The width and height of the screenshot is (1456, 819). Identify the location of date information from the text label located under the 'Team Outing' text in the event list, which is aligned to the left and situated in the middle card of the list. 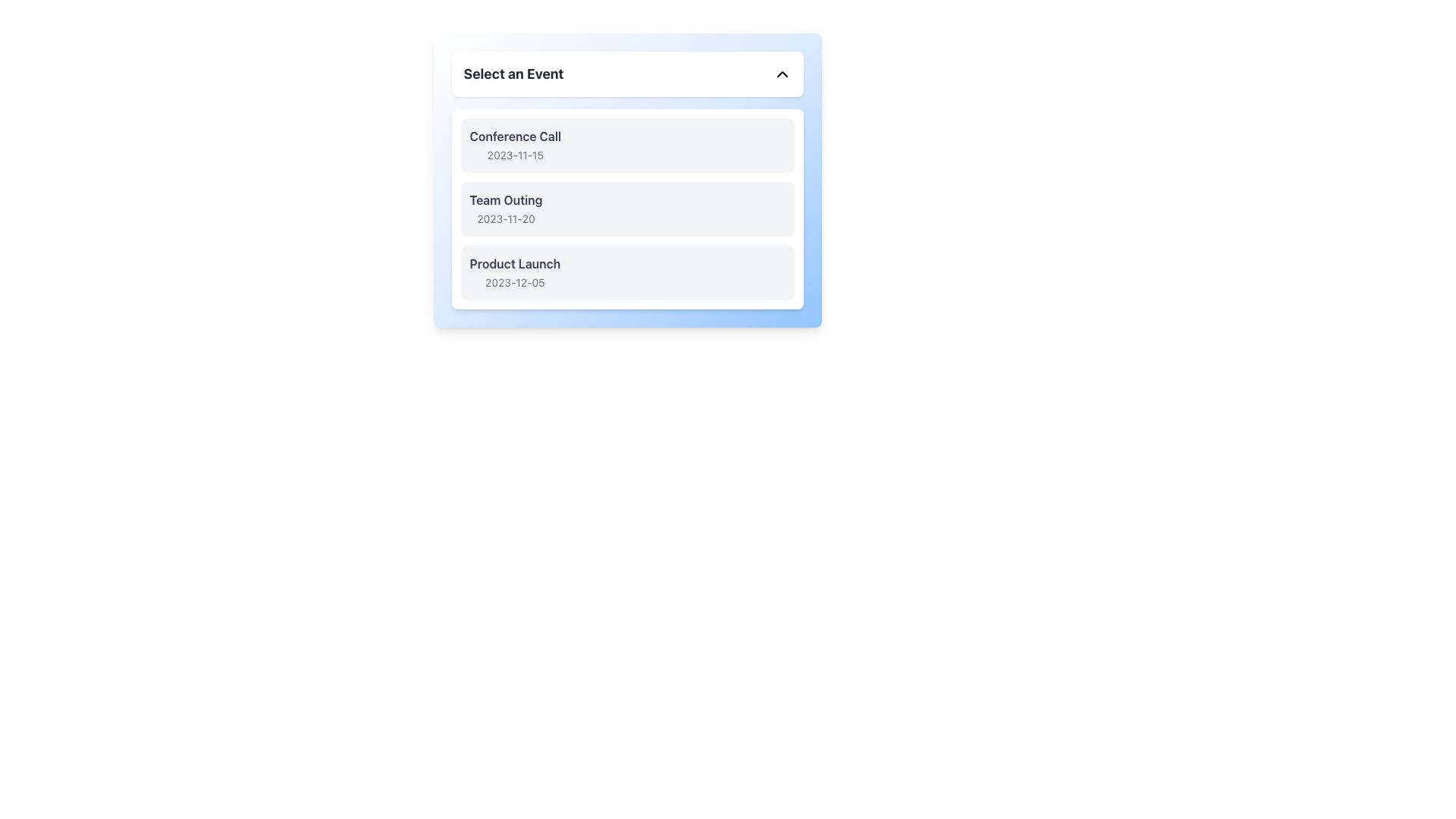
(506, 218).